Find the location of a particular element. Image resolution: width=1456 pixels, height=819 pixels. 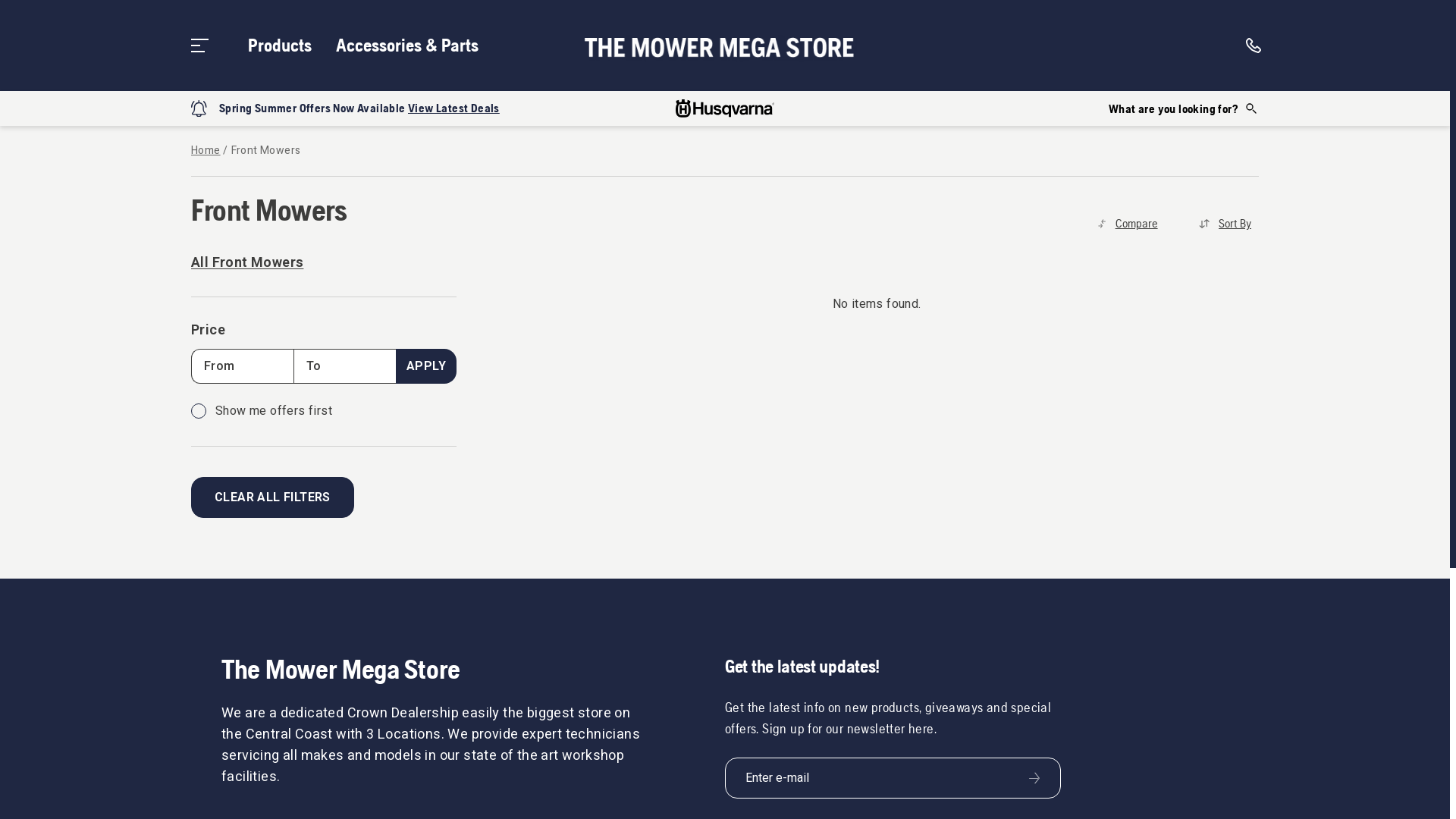

'APPLY' is located at coordinates (425, 366).